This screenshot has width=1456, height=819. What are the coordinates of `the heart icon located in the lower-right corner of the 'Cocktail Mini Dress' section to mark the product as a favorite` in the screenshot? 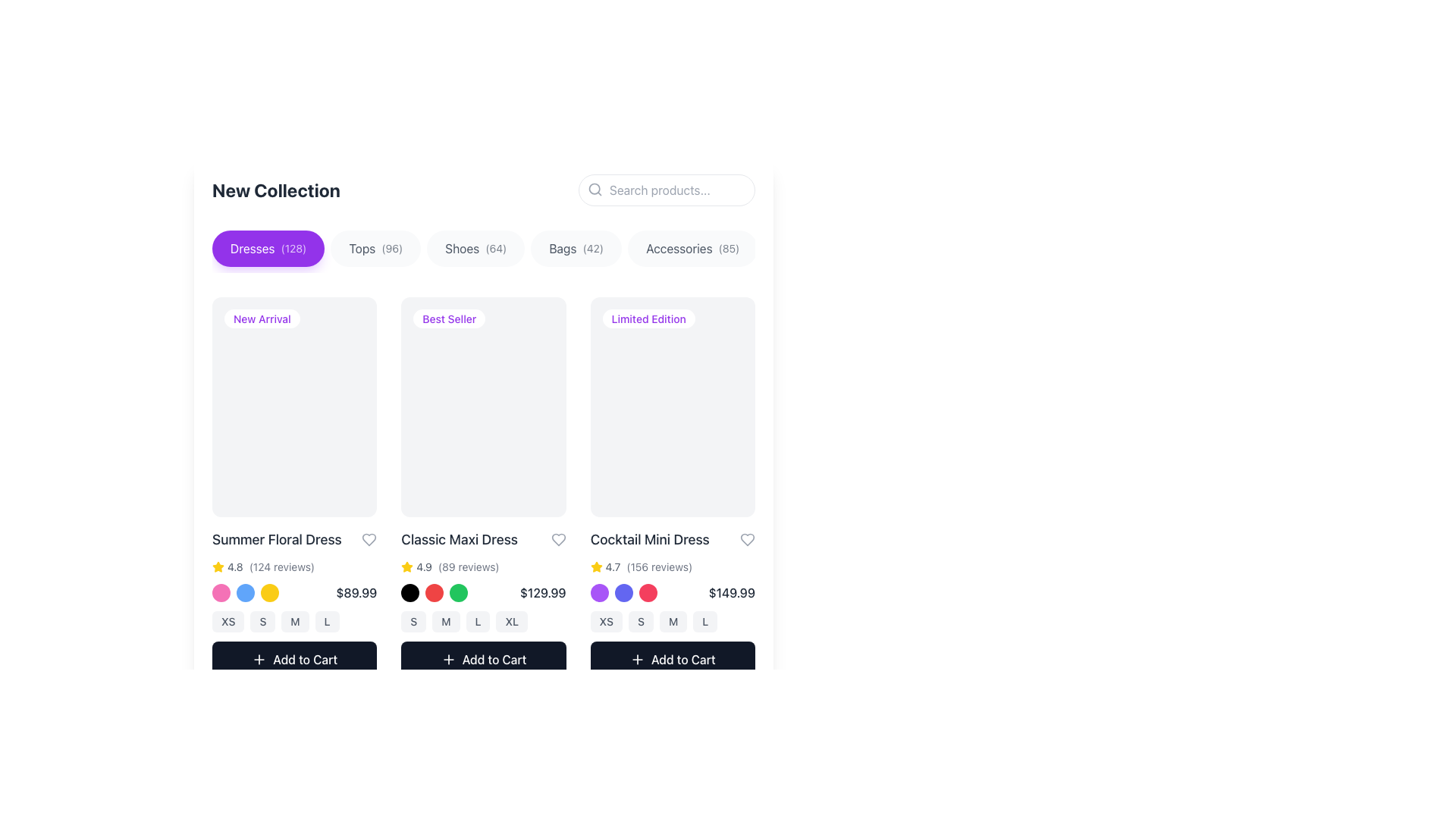 It's located at (747, 538).